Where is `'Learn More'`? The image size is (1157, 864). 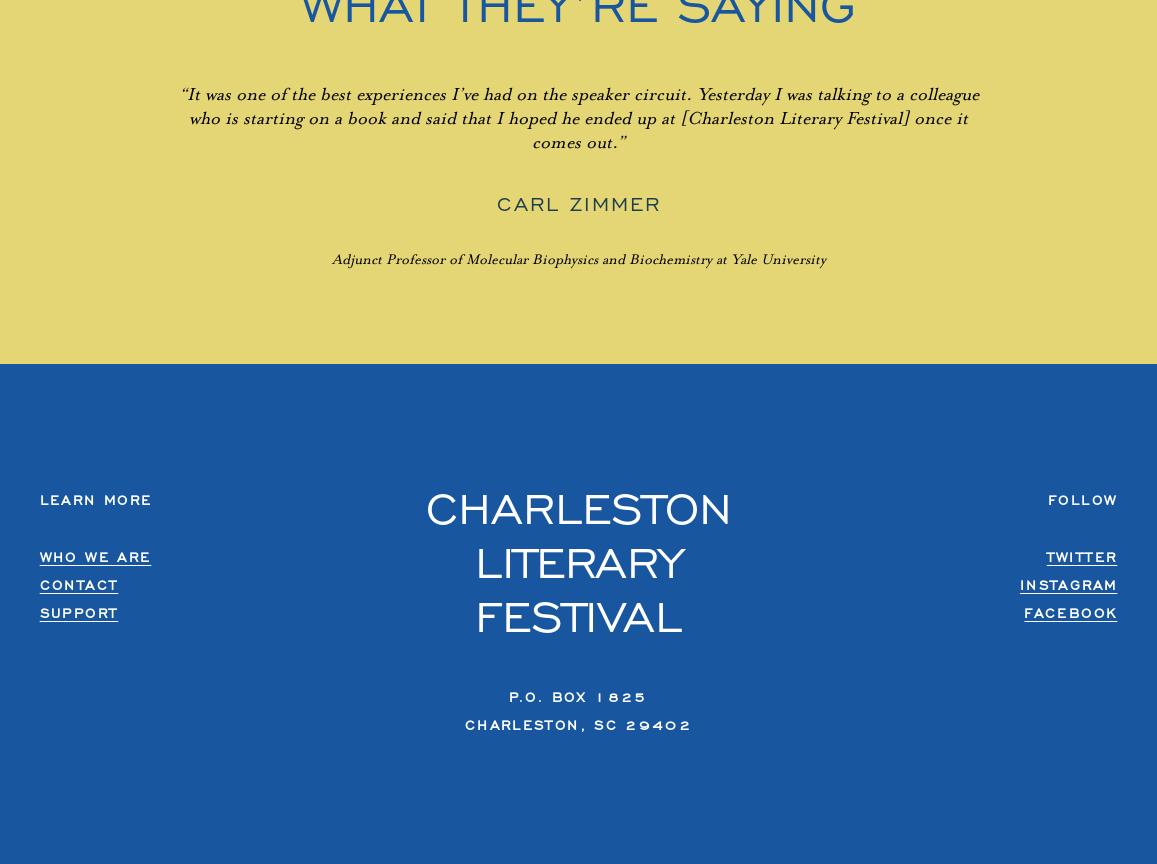
'Learn More' is located at coordinates (95, 499).